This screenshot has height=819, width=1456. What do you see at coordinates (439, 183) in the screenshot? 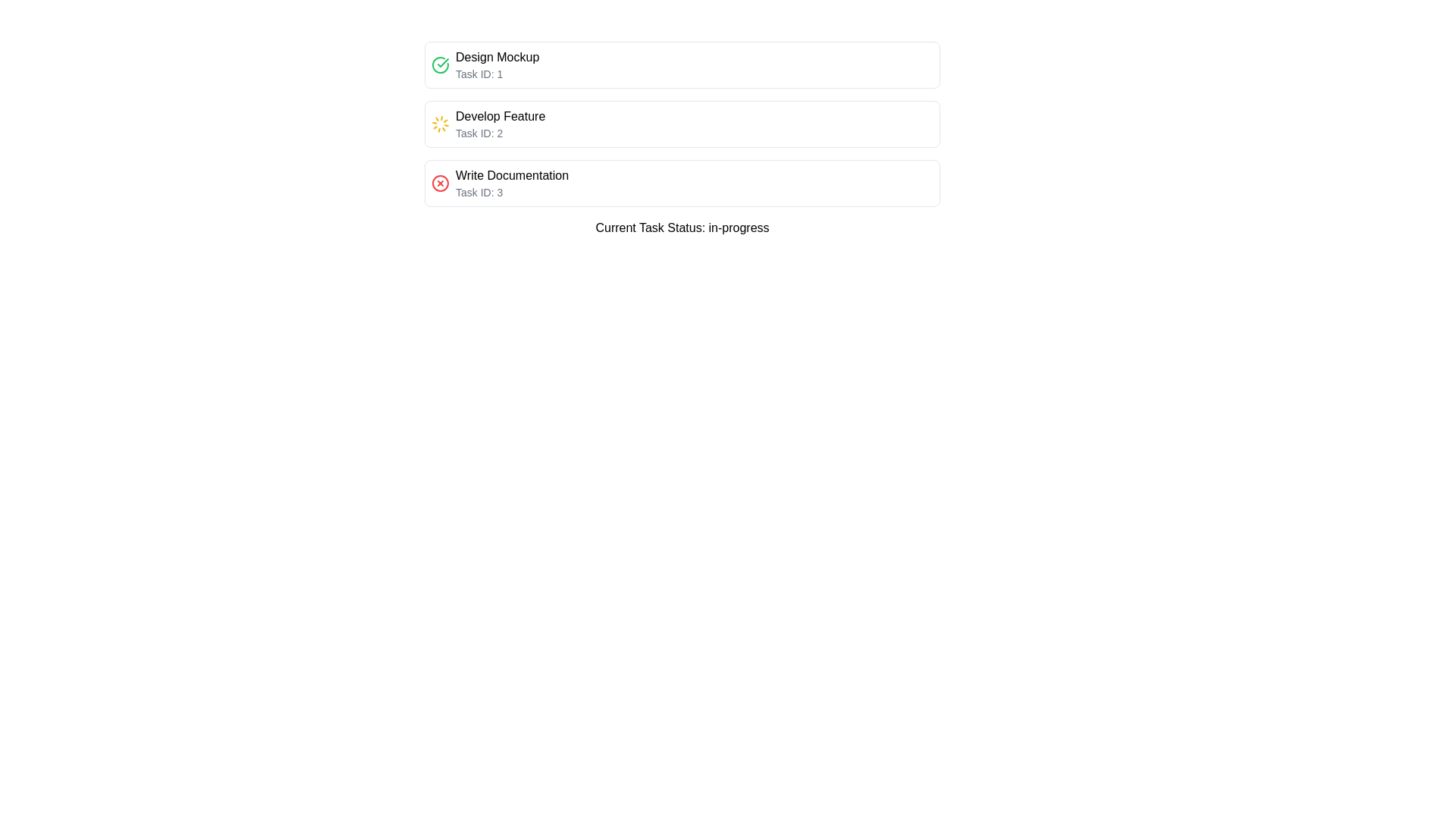
I see `the Indicator icon located within the 'Write Documentation' task block, which serves as a visual status indicator for errors or non-completion` at bounding box center [439, 183].